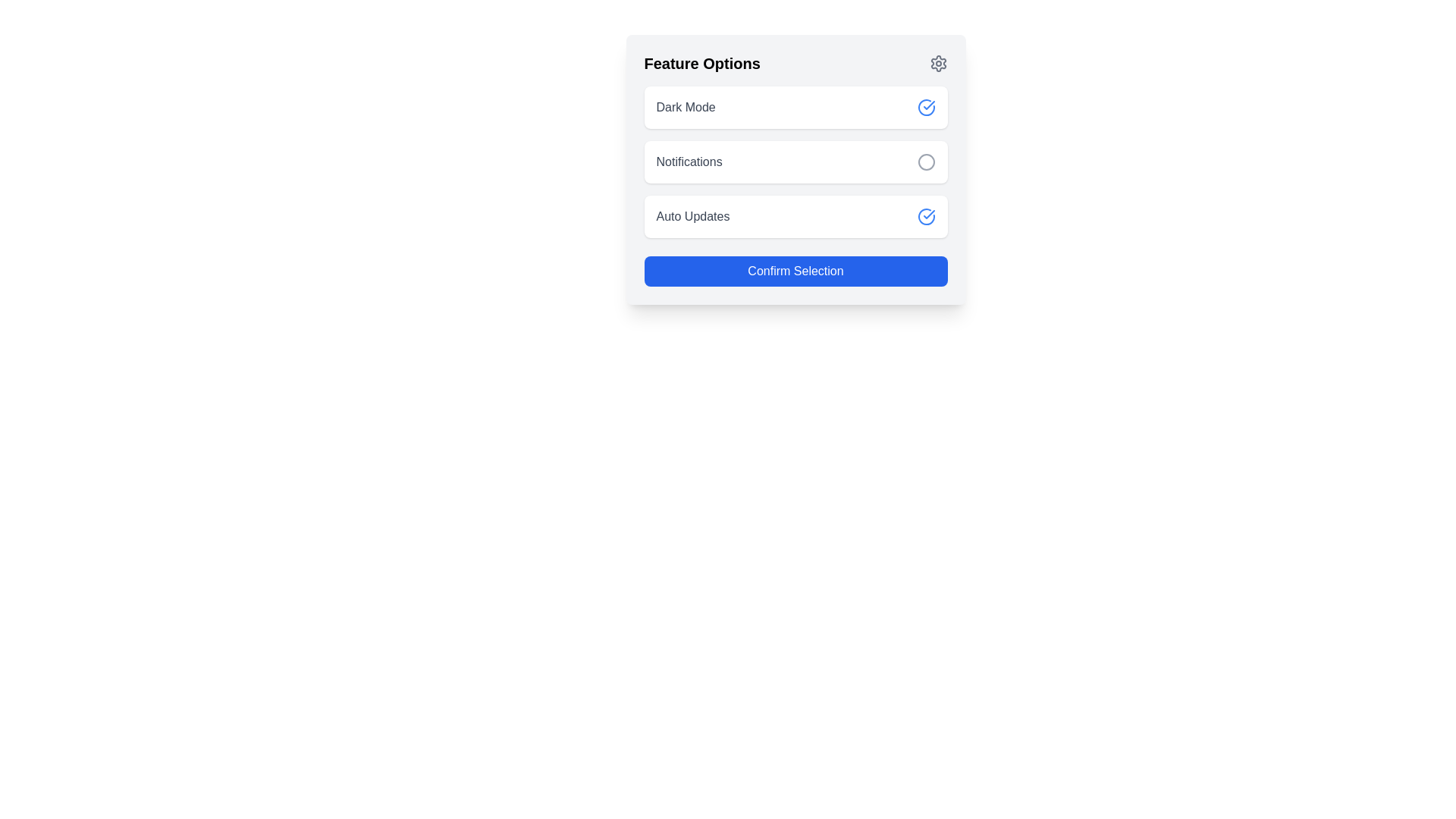 This screenshot has height=819, width=1456. Describe the element at coordinates (937, 63) in the screenshot. I see `the gear-shaped icon located in the upper right corner of the interface, next to 'Feature Options'` at that location.